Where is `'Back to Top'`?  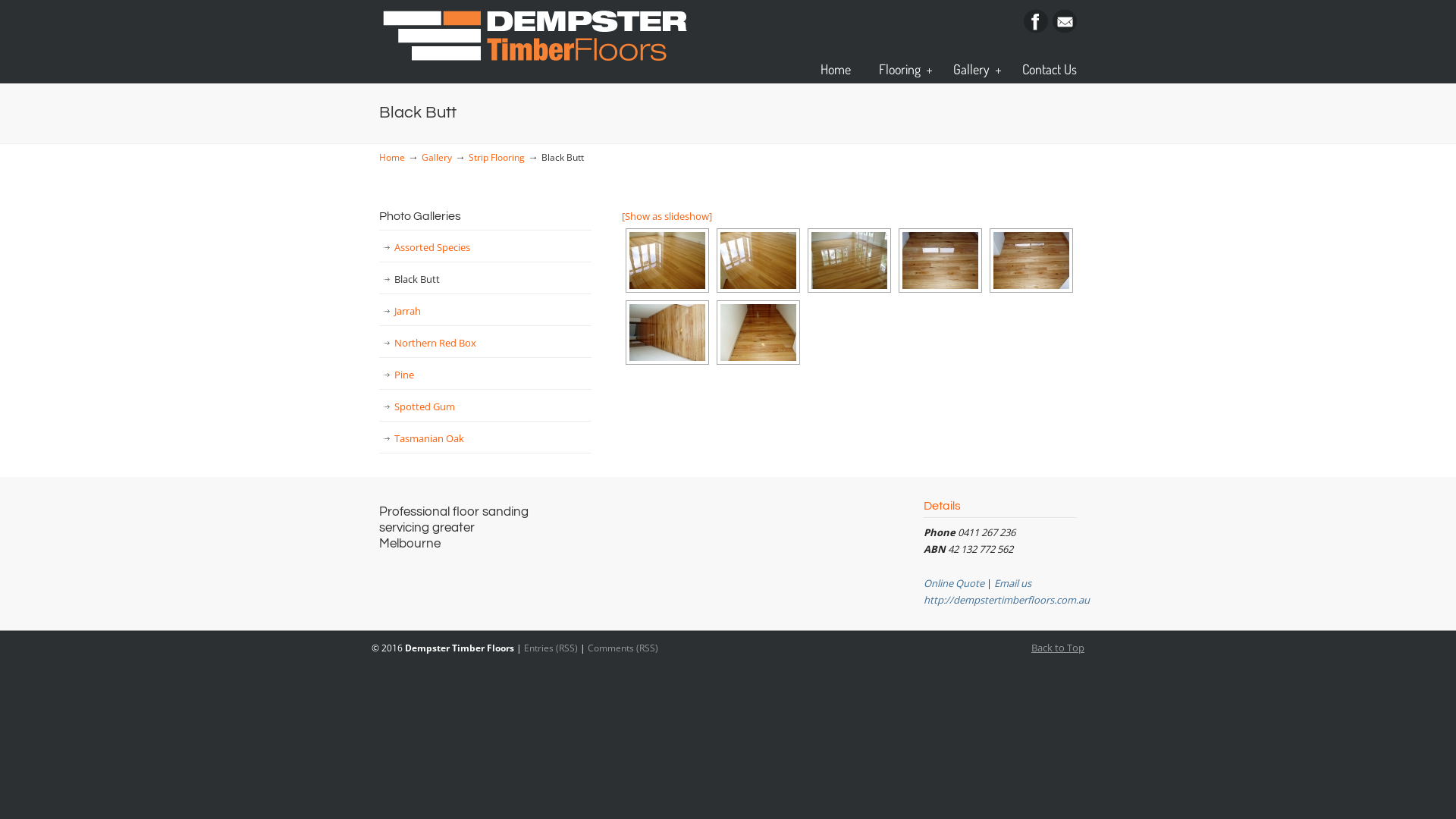
'Back to Top' is located at coordinates (1057, 647).